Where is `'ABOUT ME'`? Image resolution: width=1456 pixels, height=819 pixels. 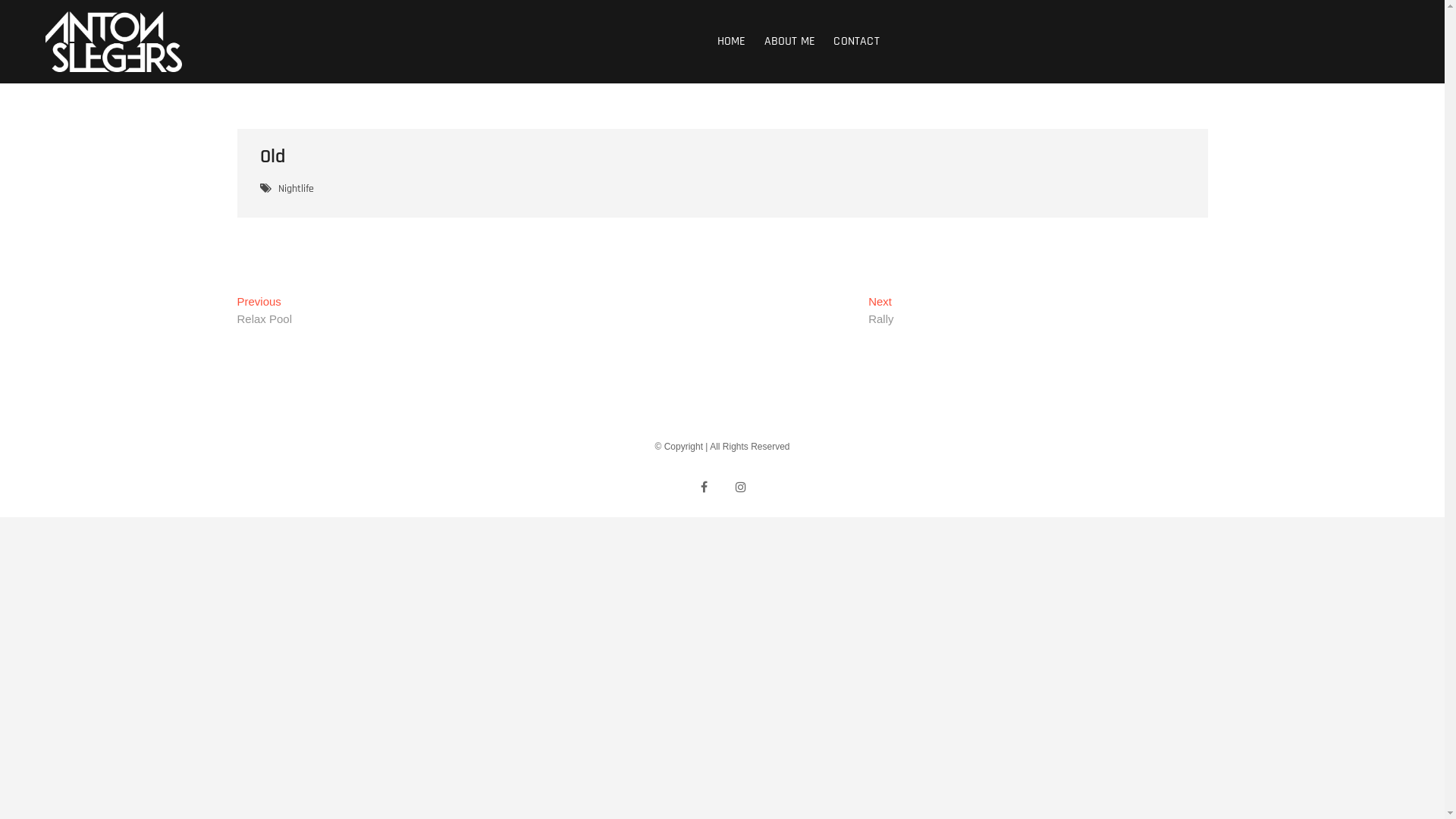
'ABOUT ME' is located at coordinates (789, 40).